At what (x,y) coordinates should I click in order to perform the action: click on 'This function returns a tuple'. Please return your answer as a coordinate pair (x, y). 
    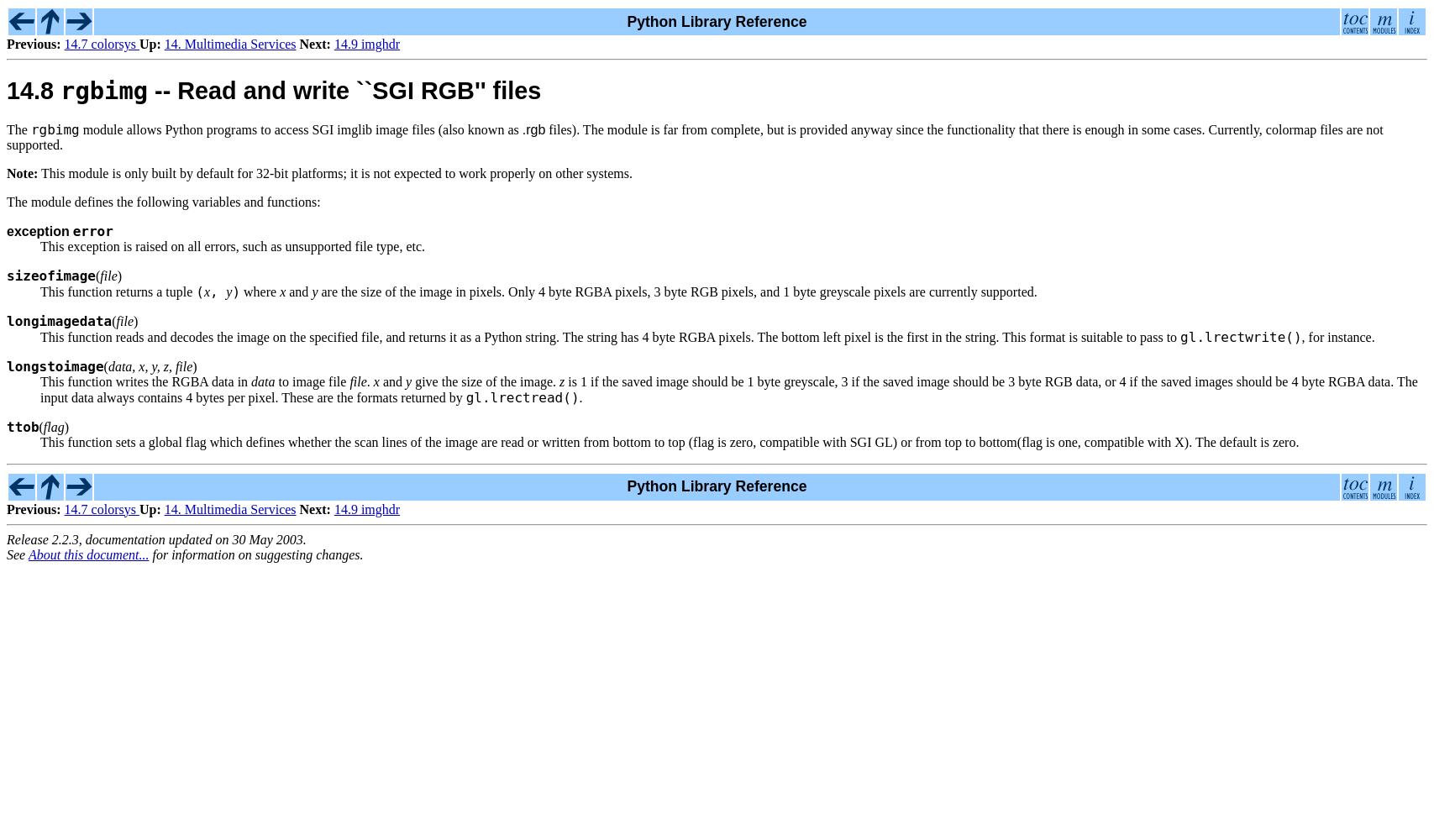
    Looking at the image, I should click on (118, 290).